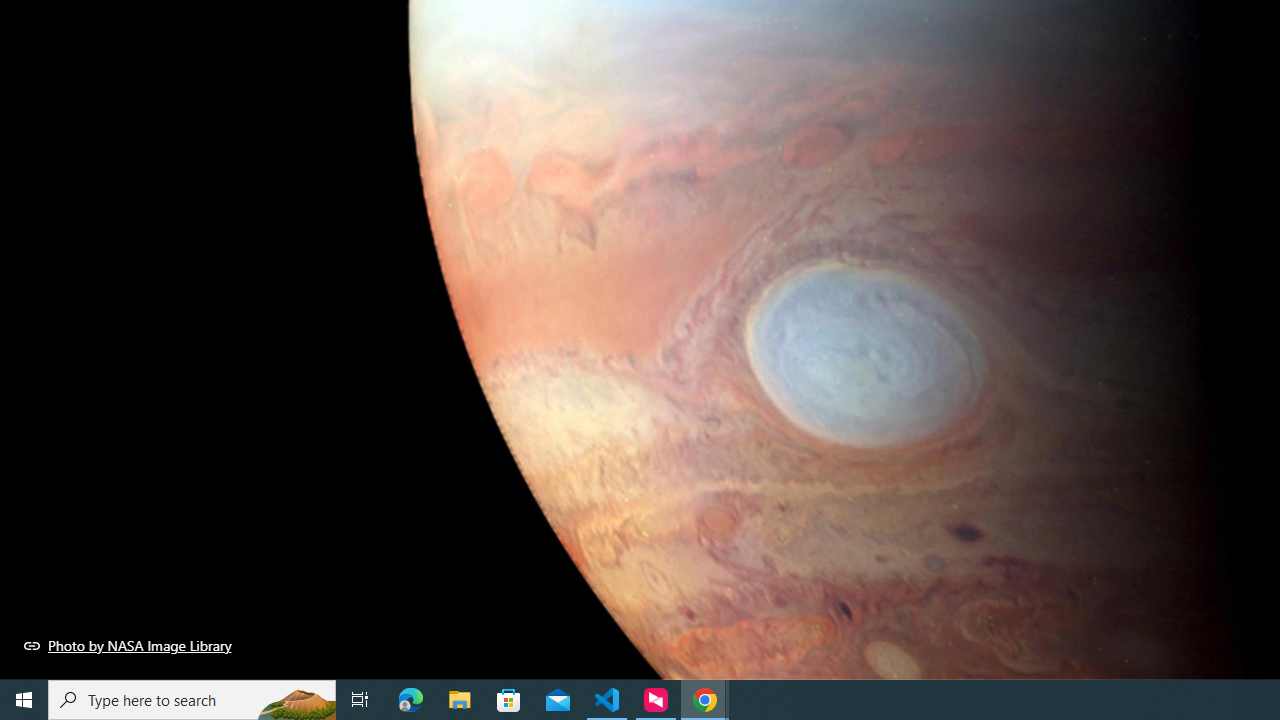  I want to click on 'Photo by NASA Image Library', so click(127, 645).